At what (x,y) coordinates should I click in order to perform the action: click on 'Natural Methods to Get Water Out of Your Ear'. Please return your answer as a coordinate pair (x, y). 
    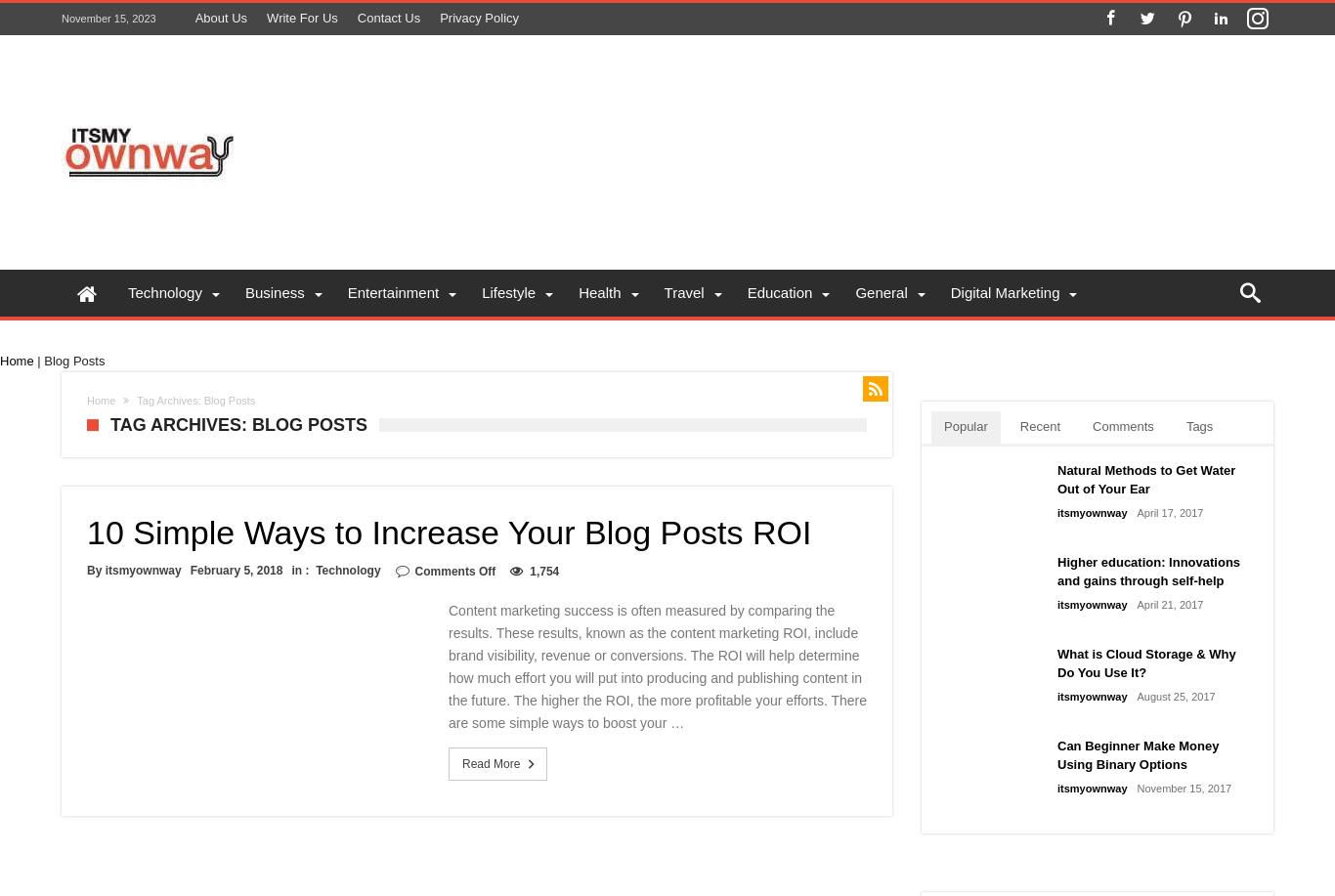
    Looking at the image, I should click on (1145, 478).